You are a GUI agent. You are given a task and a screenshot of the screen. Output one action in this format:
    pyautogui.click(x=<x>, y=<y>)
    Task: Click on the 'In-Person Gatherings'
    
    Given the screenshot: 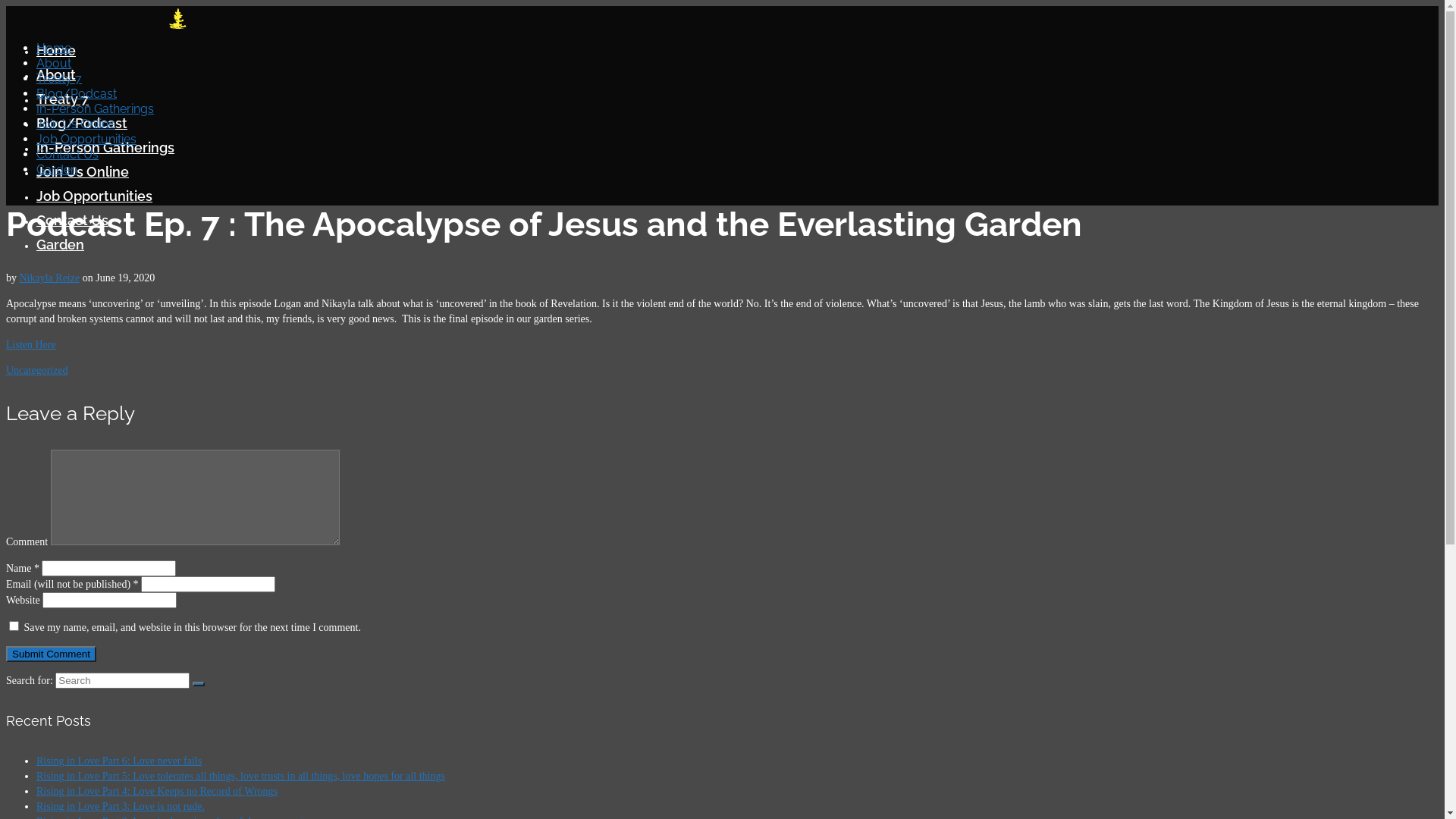 What is the action you would take?
    pyautogui.click(x=94, y=108)
    